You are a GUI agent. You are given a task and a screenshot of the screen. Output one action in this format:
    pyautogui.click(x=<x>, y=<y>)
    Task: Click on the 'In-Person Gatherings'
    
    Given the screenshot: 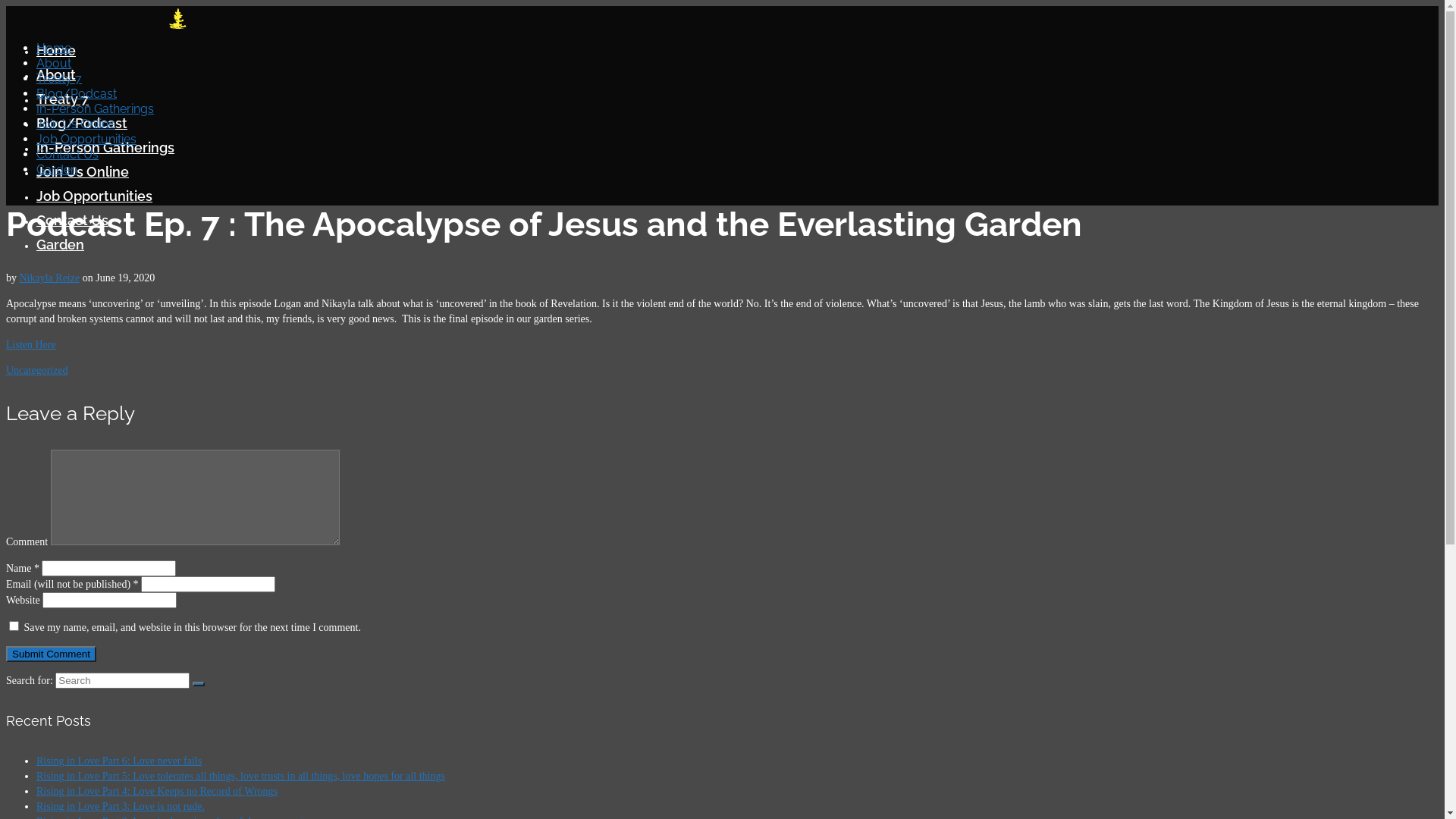 What is the action you would take?
    pyautogui.click(x=94, y=108)
    